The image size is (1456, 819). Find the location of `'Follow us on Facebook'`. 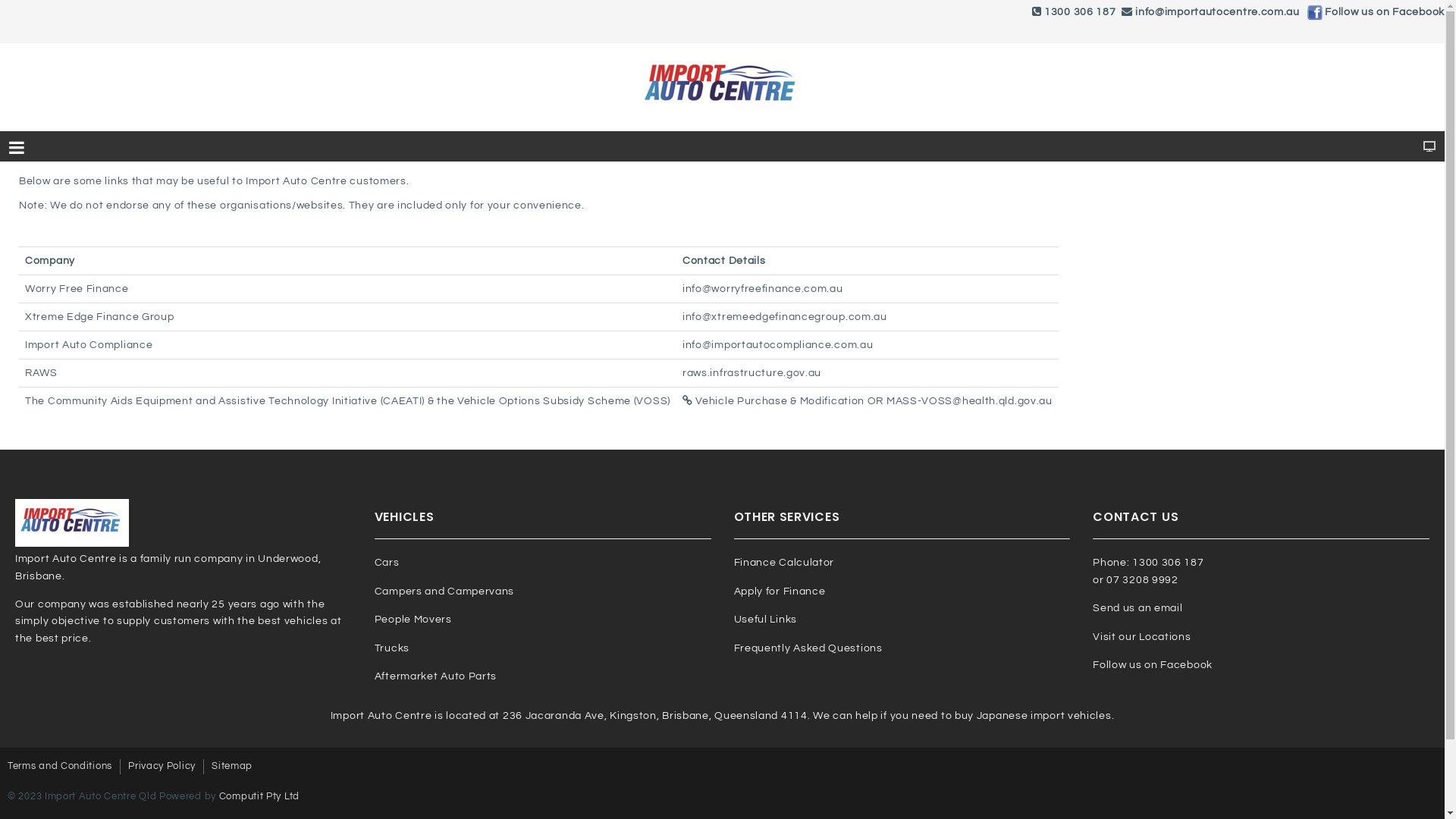

'Follow us on Facebook' is located at coordinates (1384, 11).